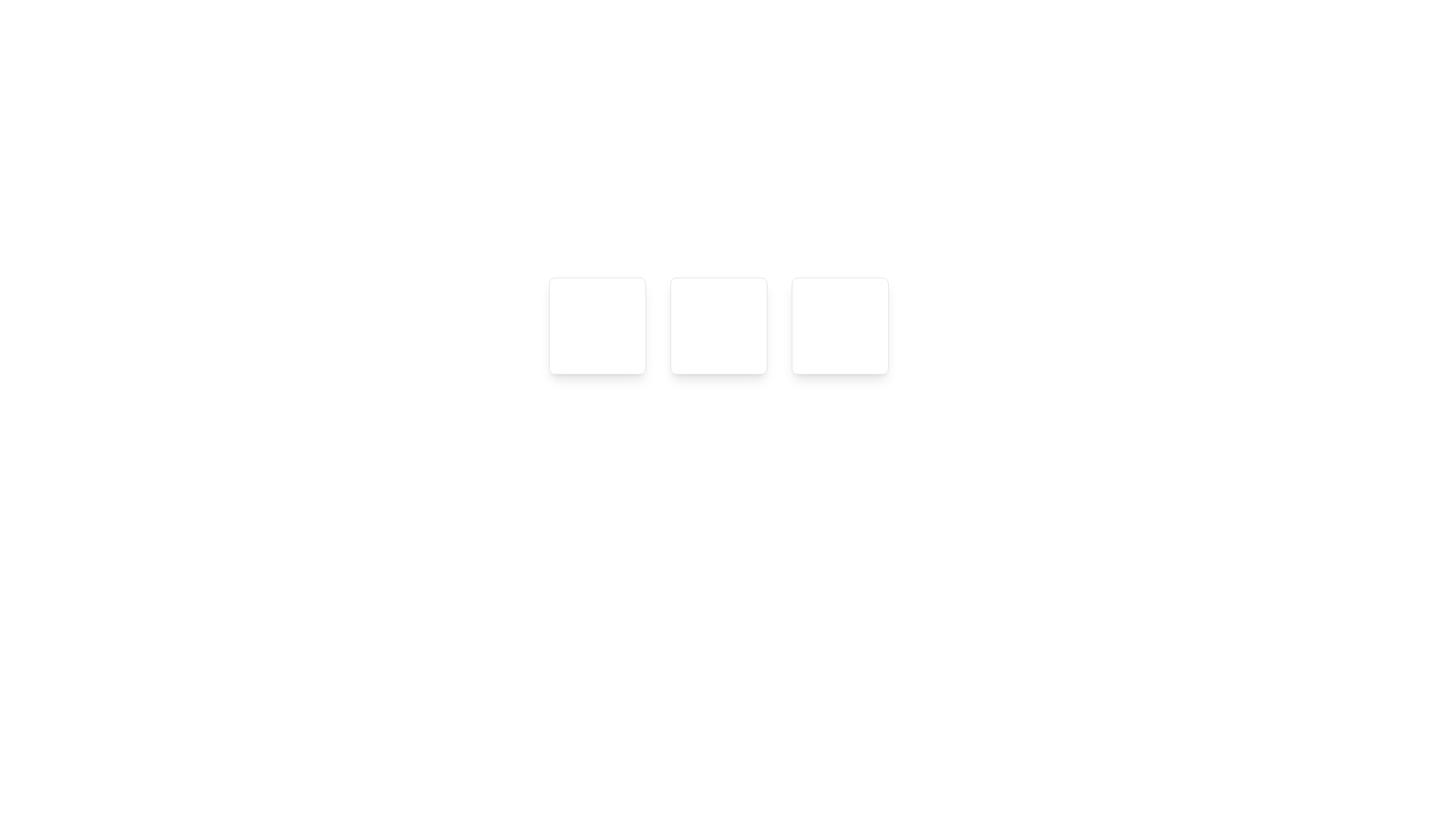  Describe the element at coordinates (717, 325) in the screenshot. I see `the middle interactive card or tile in a horizontal row of three tiles` at that location.